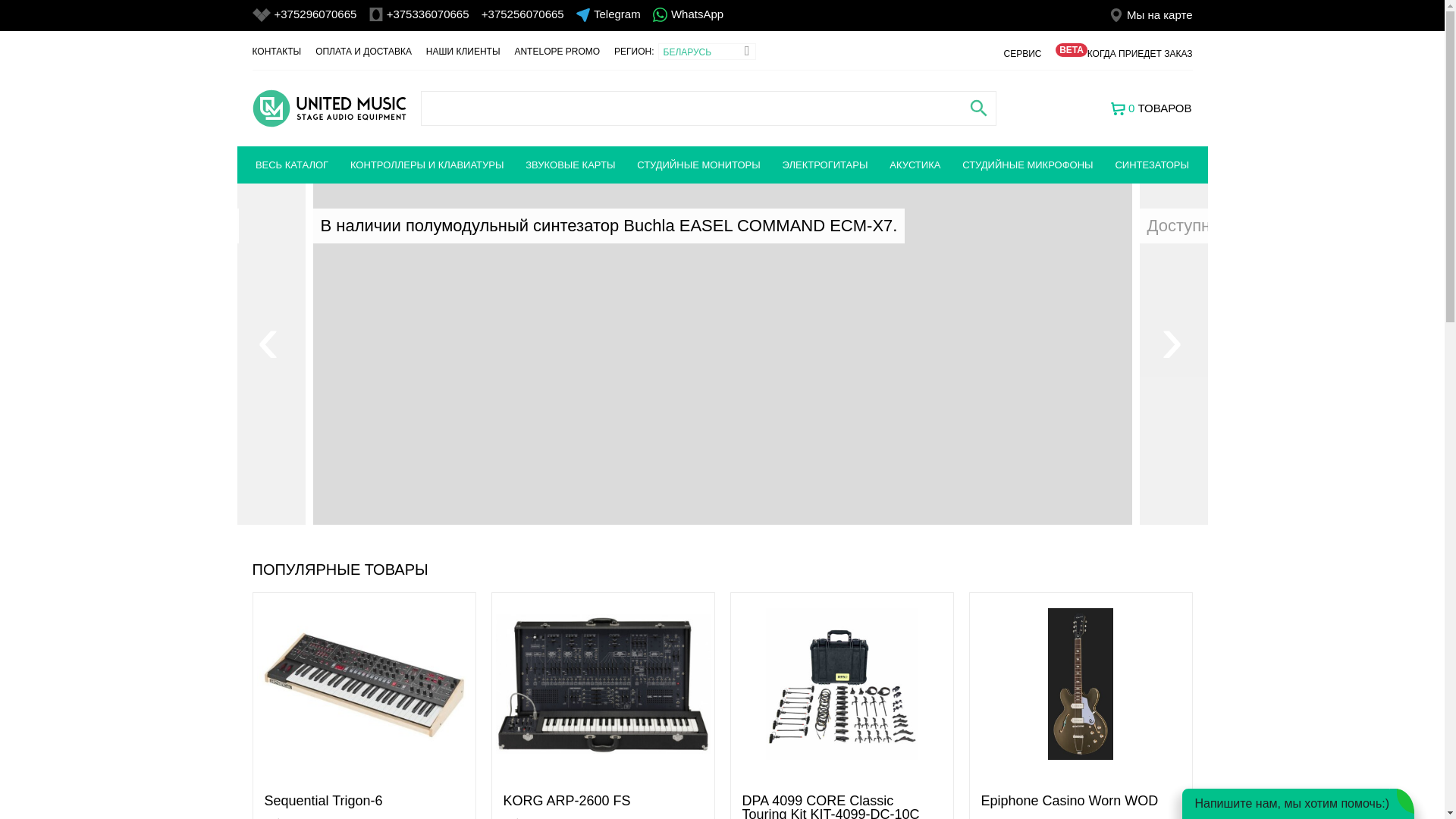  What do you see at coordinates (592, 14) in the screenshot?
I see `'Telegram'` at bounding box center [592, 14].